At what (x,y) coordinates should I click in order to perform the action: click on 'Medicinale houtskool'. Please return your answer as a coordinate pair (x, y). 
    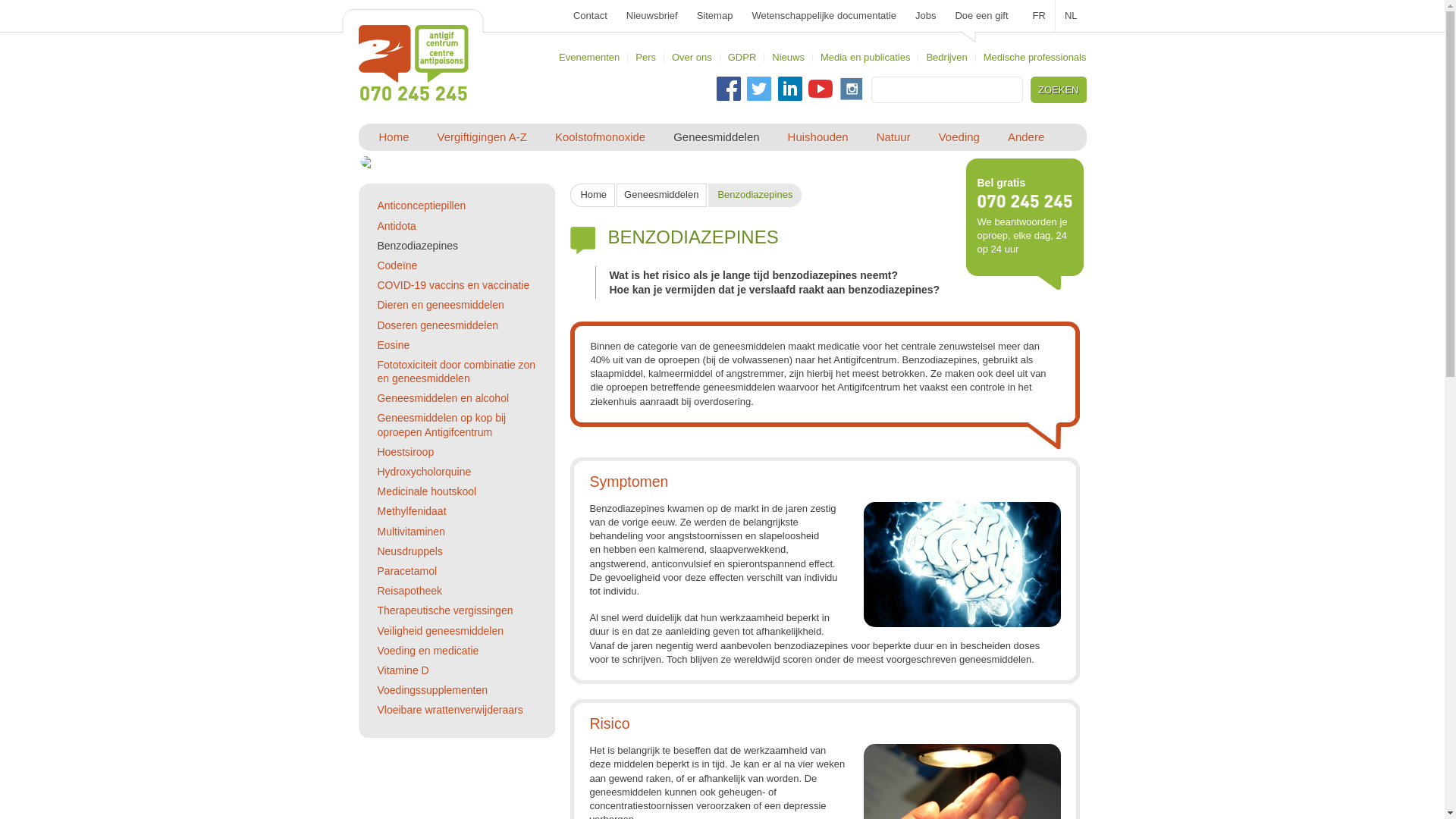
    Looking at the image, I should click on (425, 491).